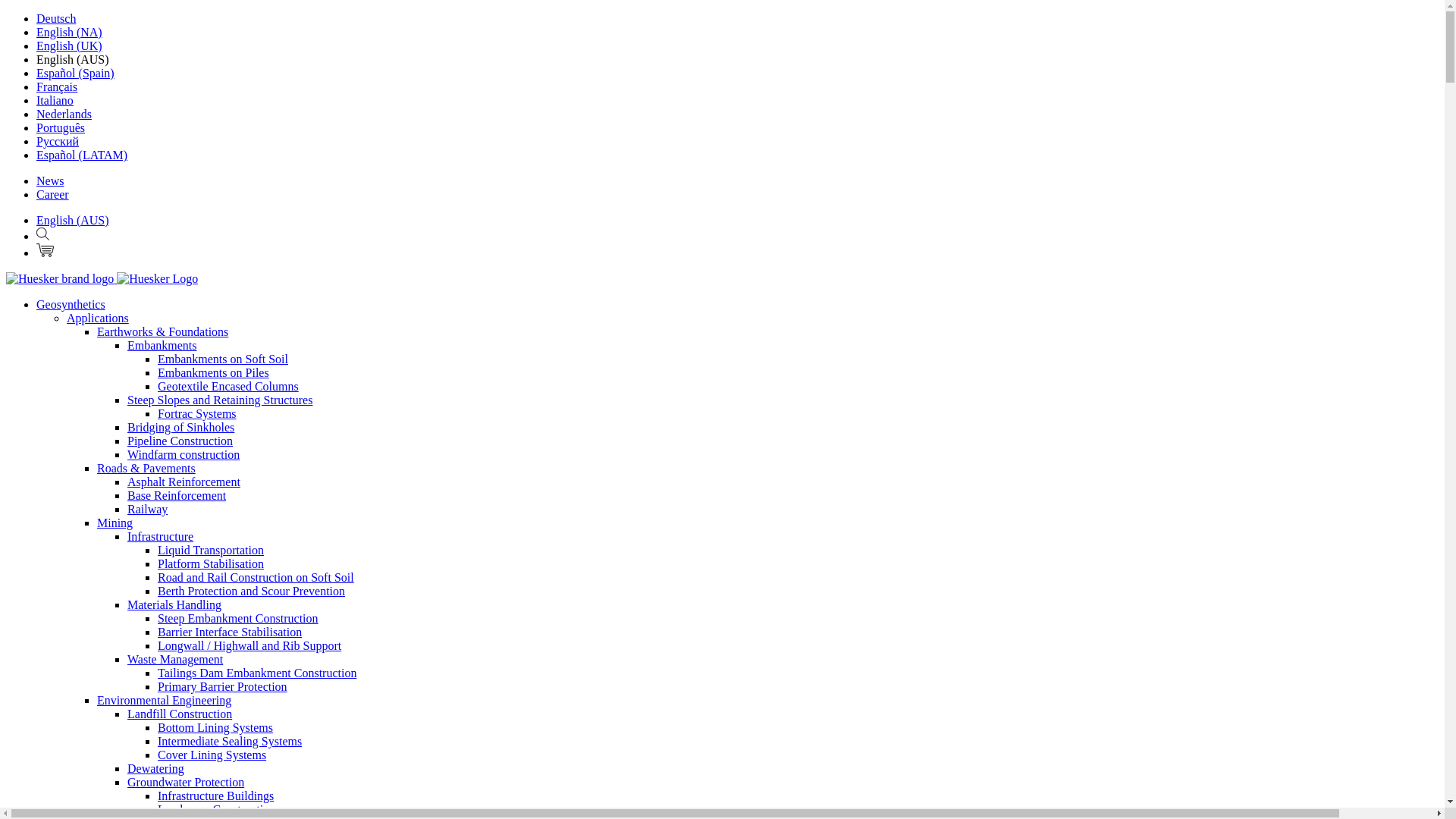 Image resolution: width=1456 pixels, height=819 pixels. What do you see at coordinates (237, 618) in the screenshot?
I see `'Steep Embankment Construction'` at bounding box center [237, 618].